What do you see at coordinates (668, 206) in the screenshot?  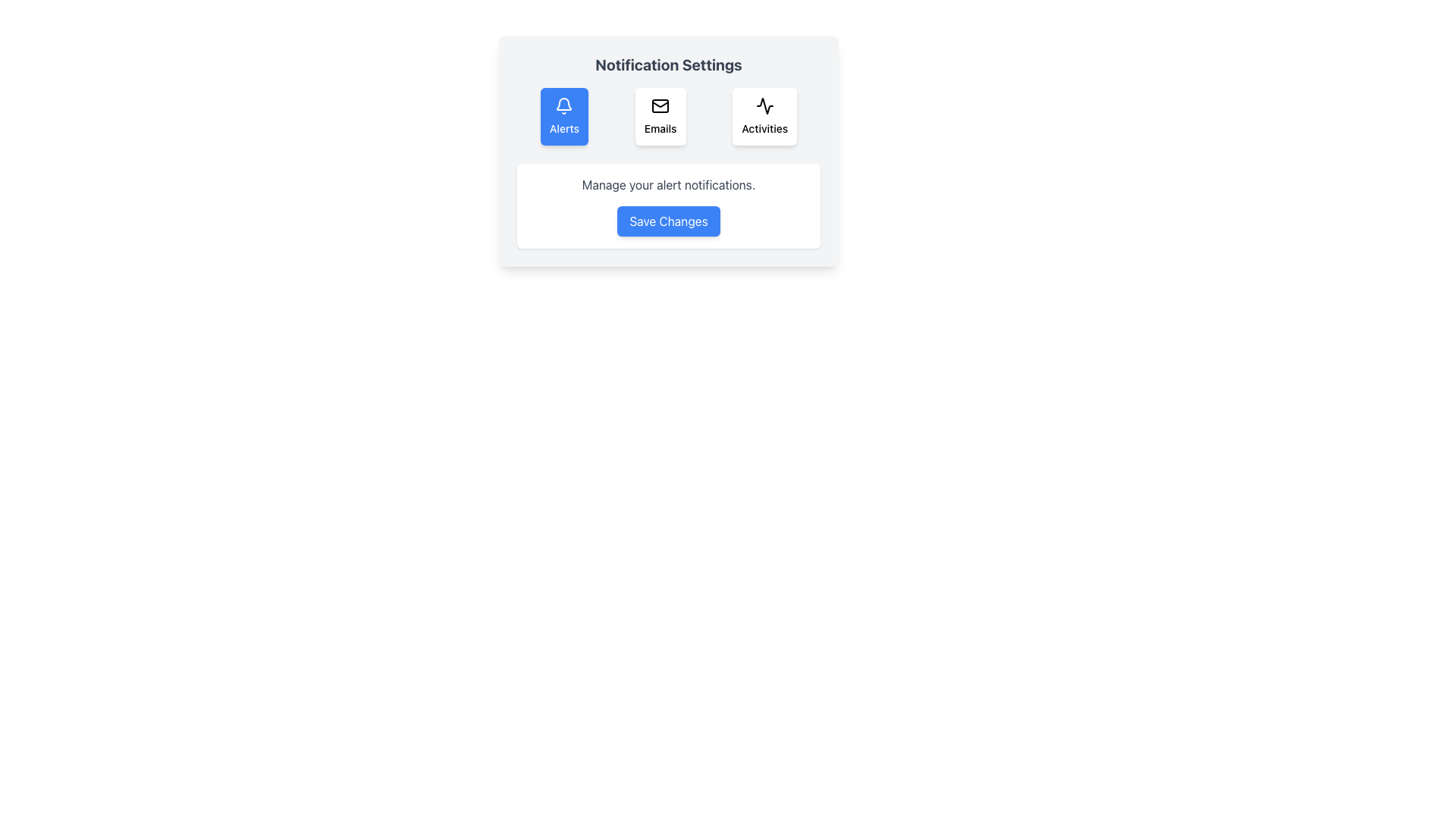 I see `the action button in the informational section below the 'Alerts,' 'Emails,' and 'Activities' text for additional visual feedback` at bounding box center [668, 206].